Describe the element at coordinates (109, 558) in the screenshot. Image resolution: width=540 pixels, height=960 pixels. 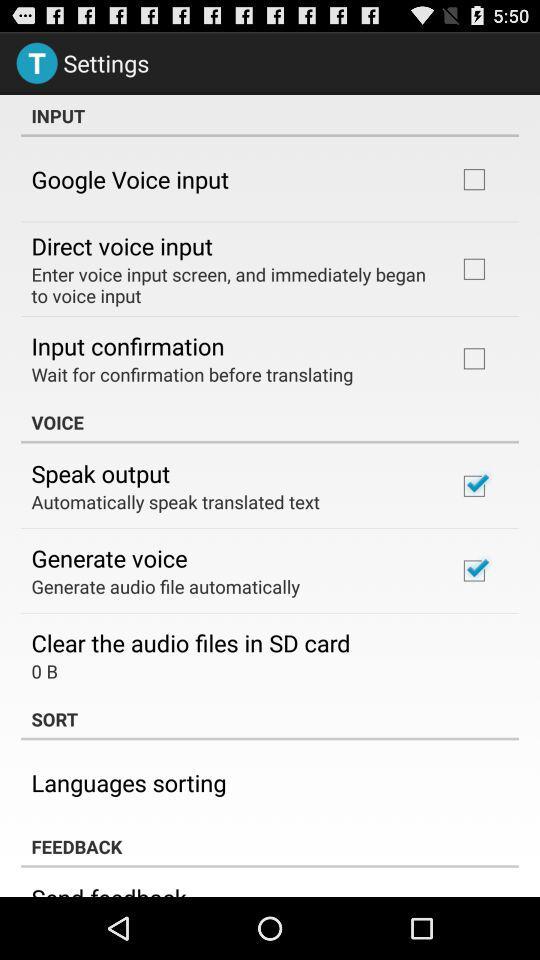
I see `icon above generate audio file` at that location.